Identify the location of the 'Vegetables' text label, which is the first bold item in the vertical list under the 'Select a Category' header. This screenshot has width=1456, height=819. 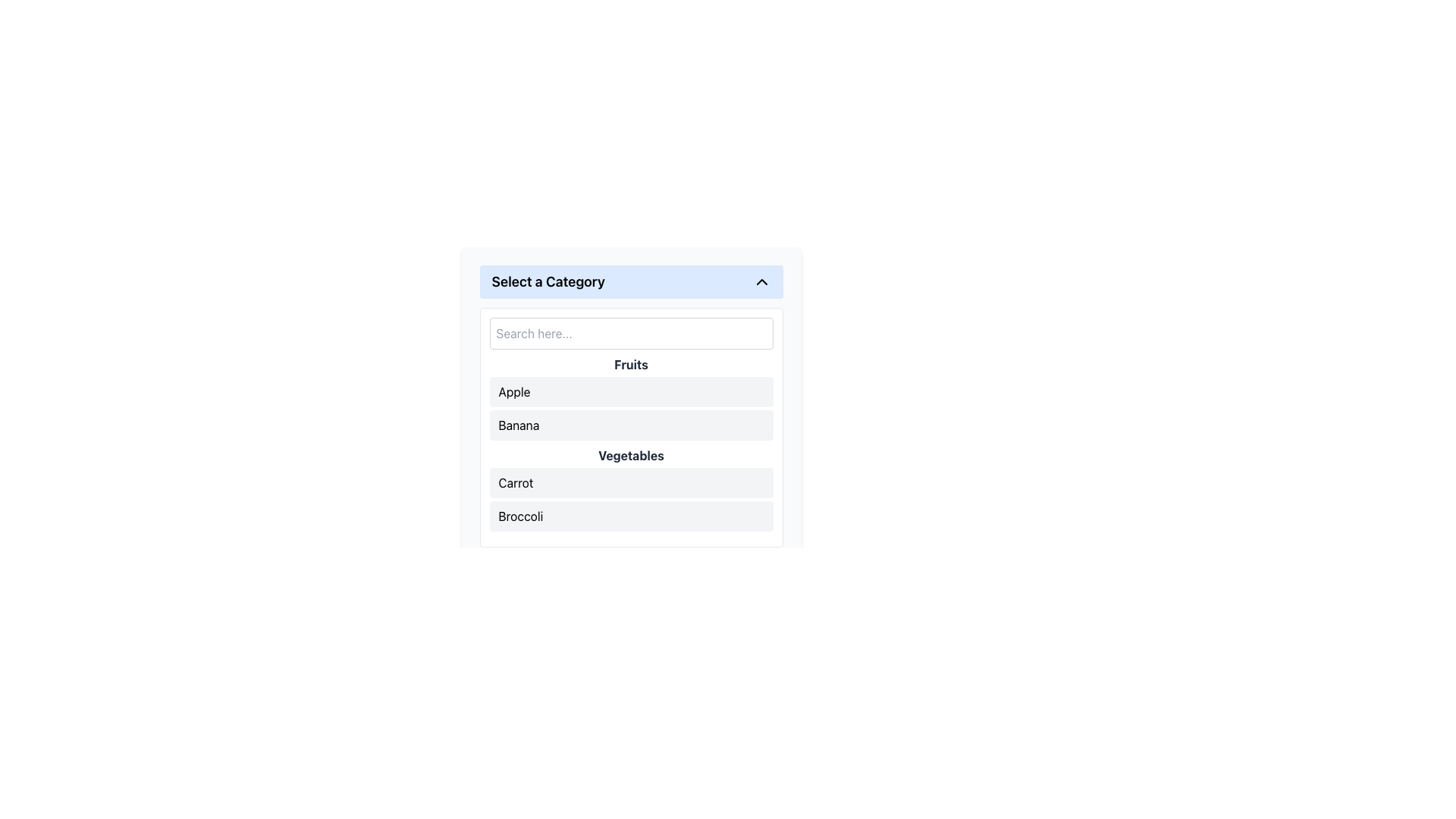
(631, 455).